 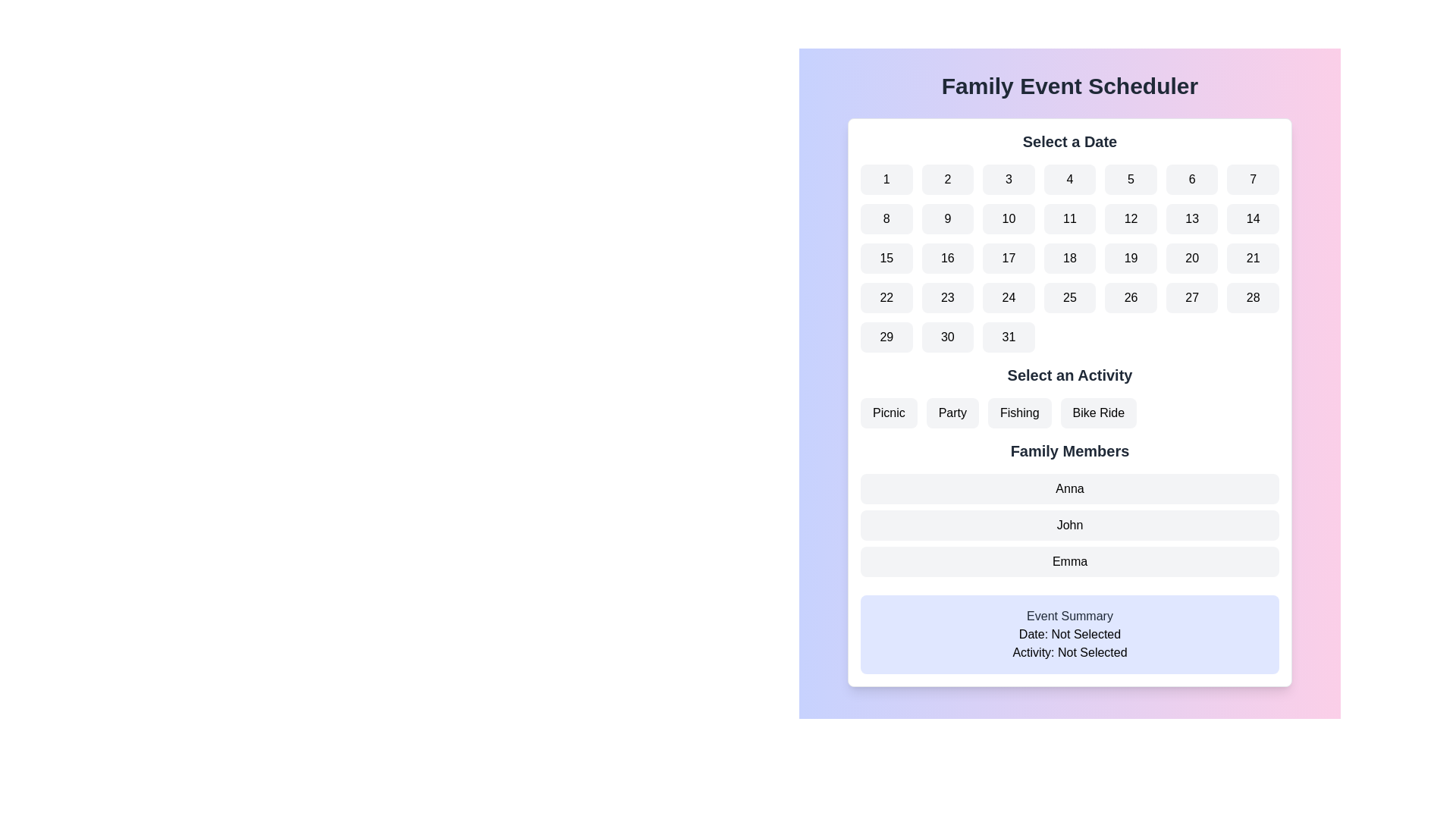 I want to click on the rounded rectangular button with a light gray background containing the number '9', so click(x=946, y=219).